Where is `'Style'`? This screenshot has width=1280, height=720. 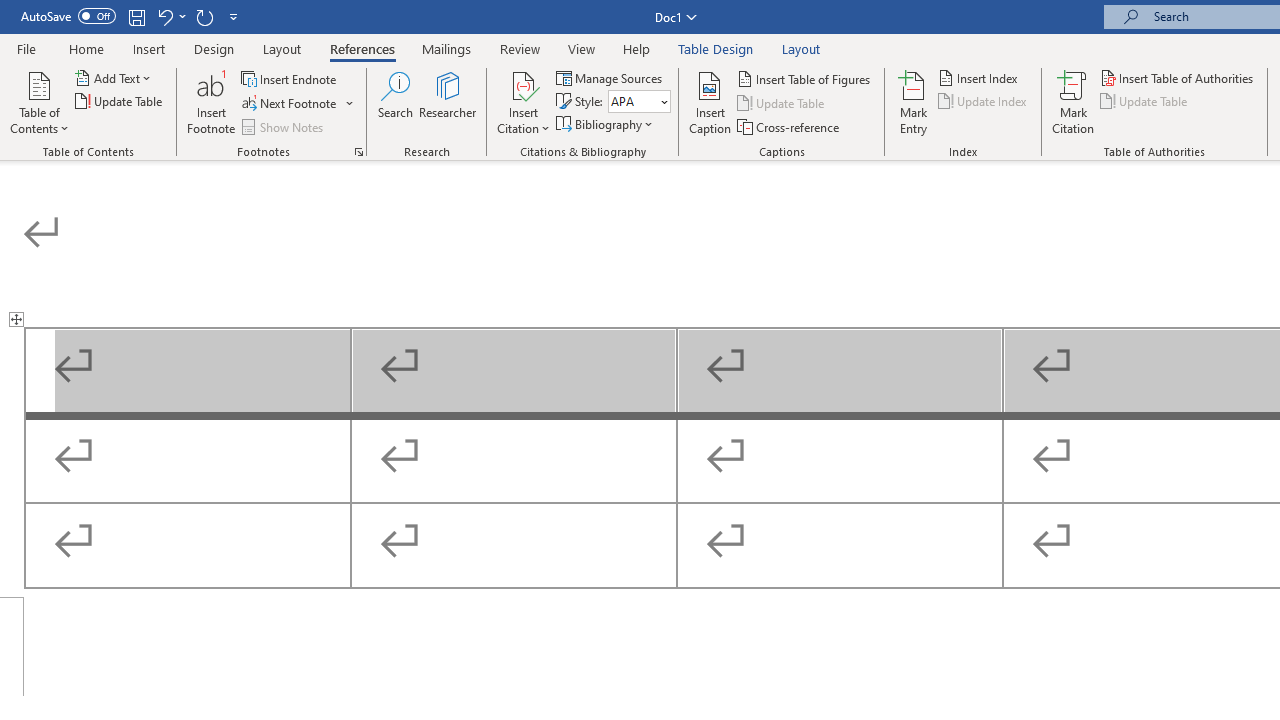 'Style' is located at coordinates (638, 101).